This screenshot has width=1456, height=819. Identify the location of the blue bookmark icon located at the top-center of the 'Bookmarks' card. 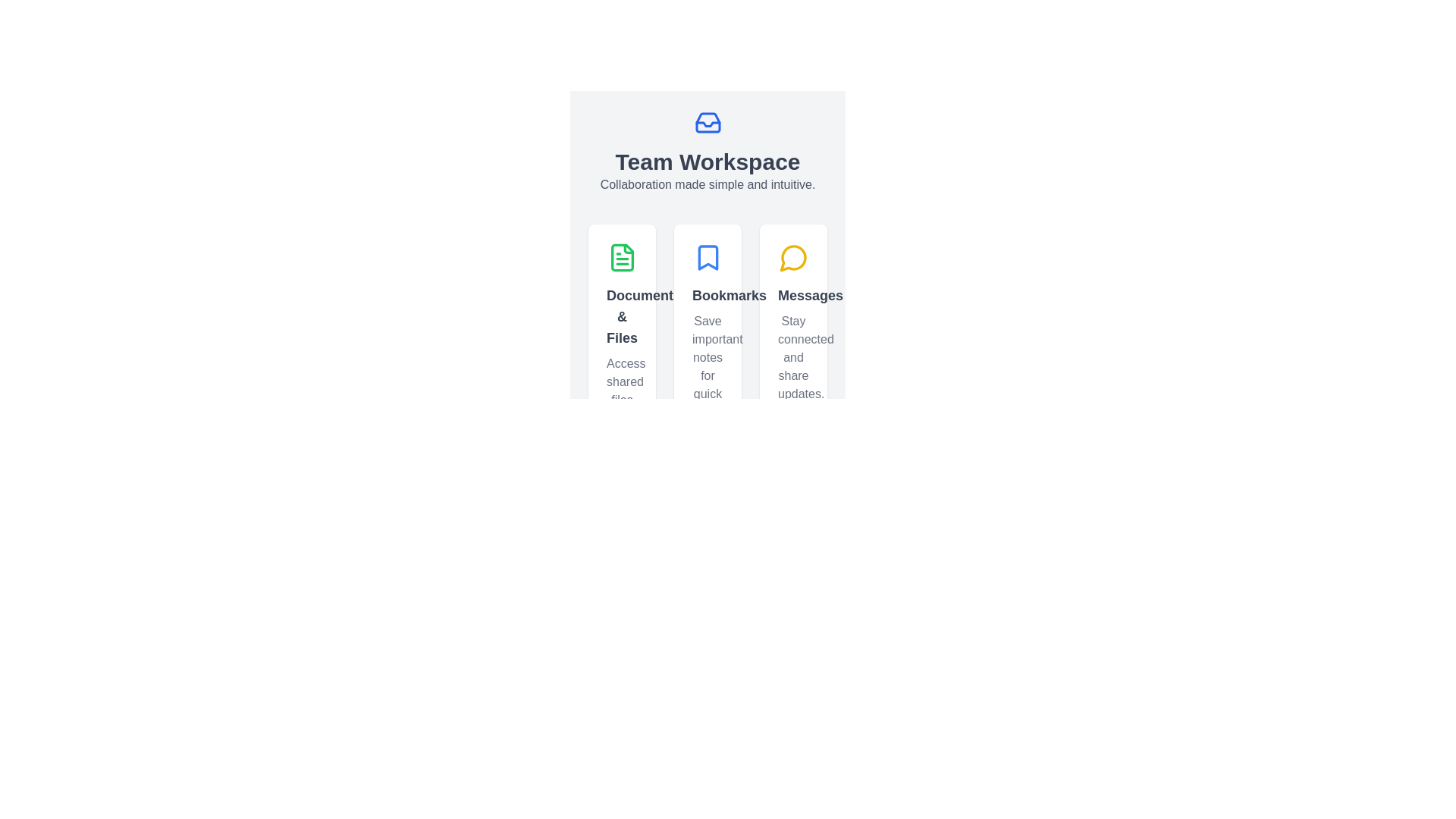
(707, 256).